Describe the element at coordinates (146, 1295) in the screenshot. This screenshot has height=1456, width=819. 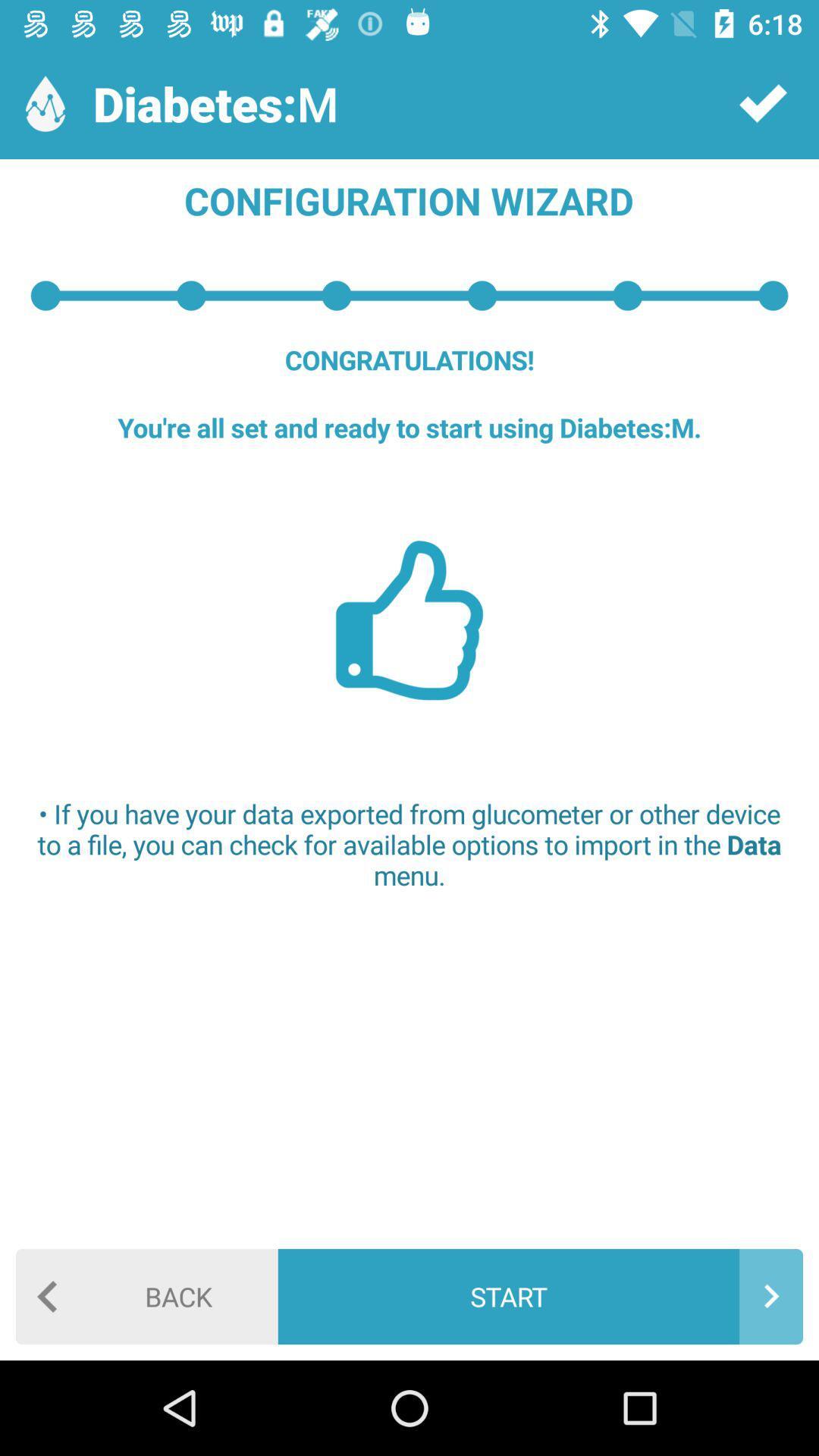
I see `item next to the start` at that location.